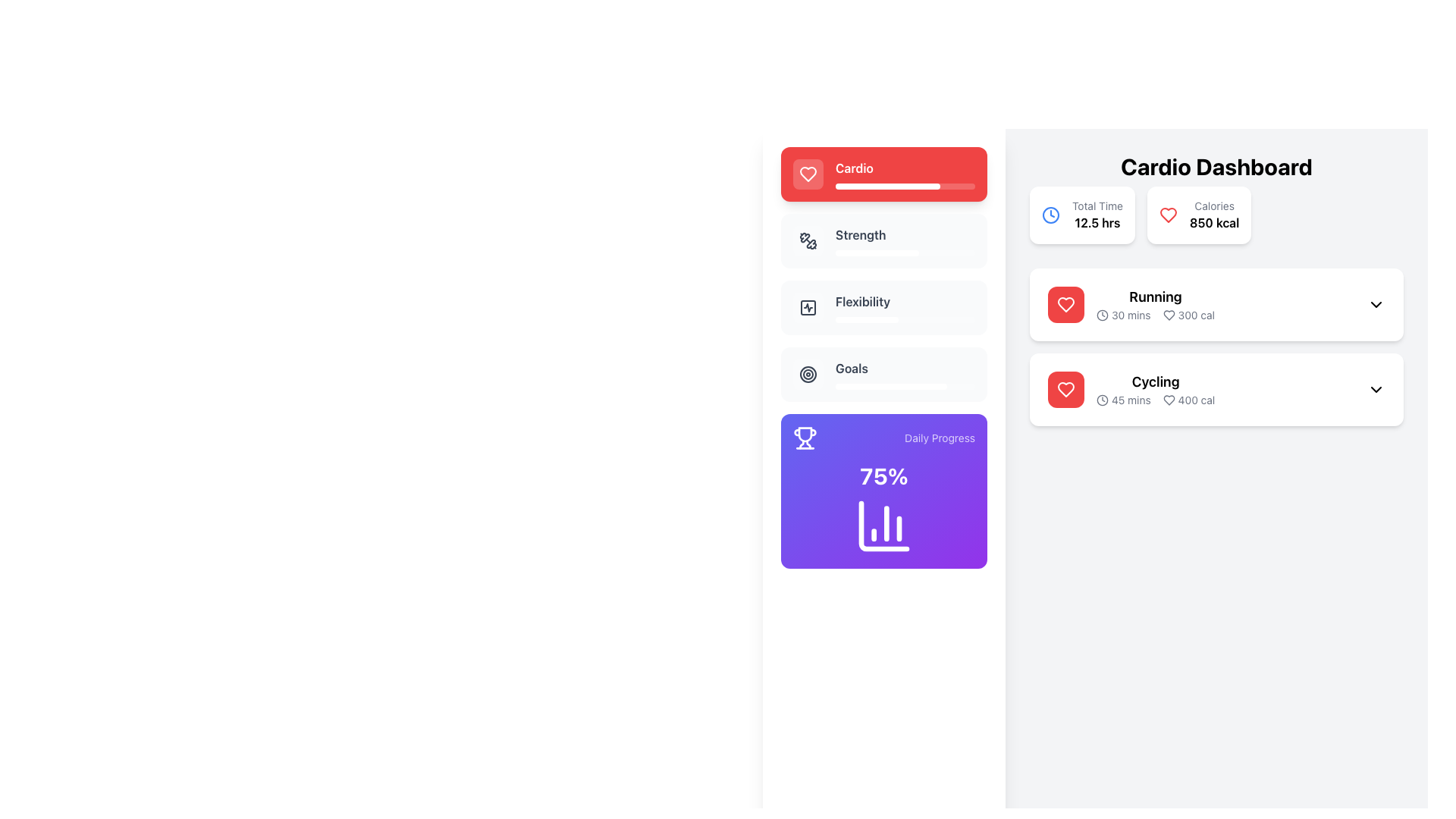  Describe the element at coordinates (888, 186) in the screenshot. I see `the progress bar representing 75% completion within the 'Cardio' section of the health dashboard` at that location.